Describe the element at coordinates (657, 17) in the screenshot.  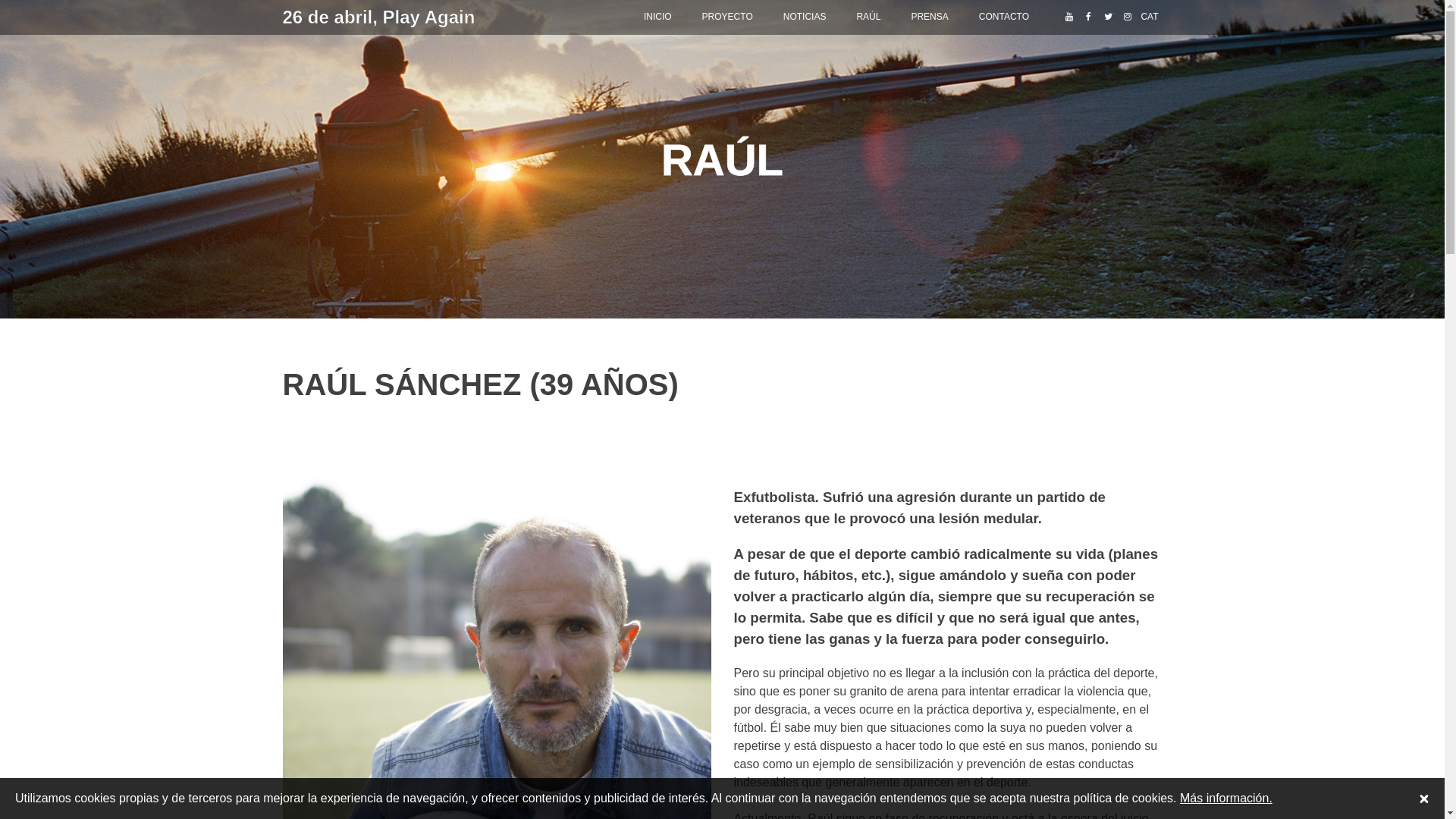
I see `'INICIO'` at that location.